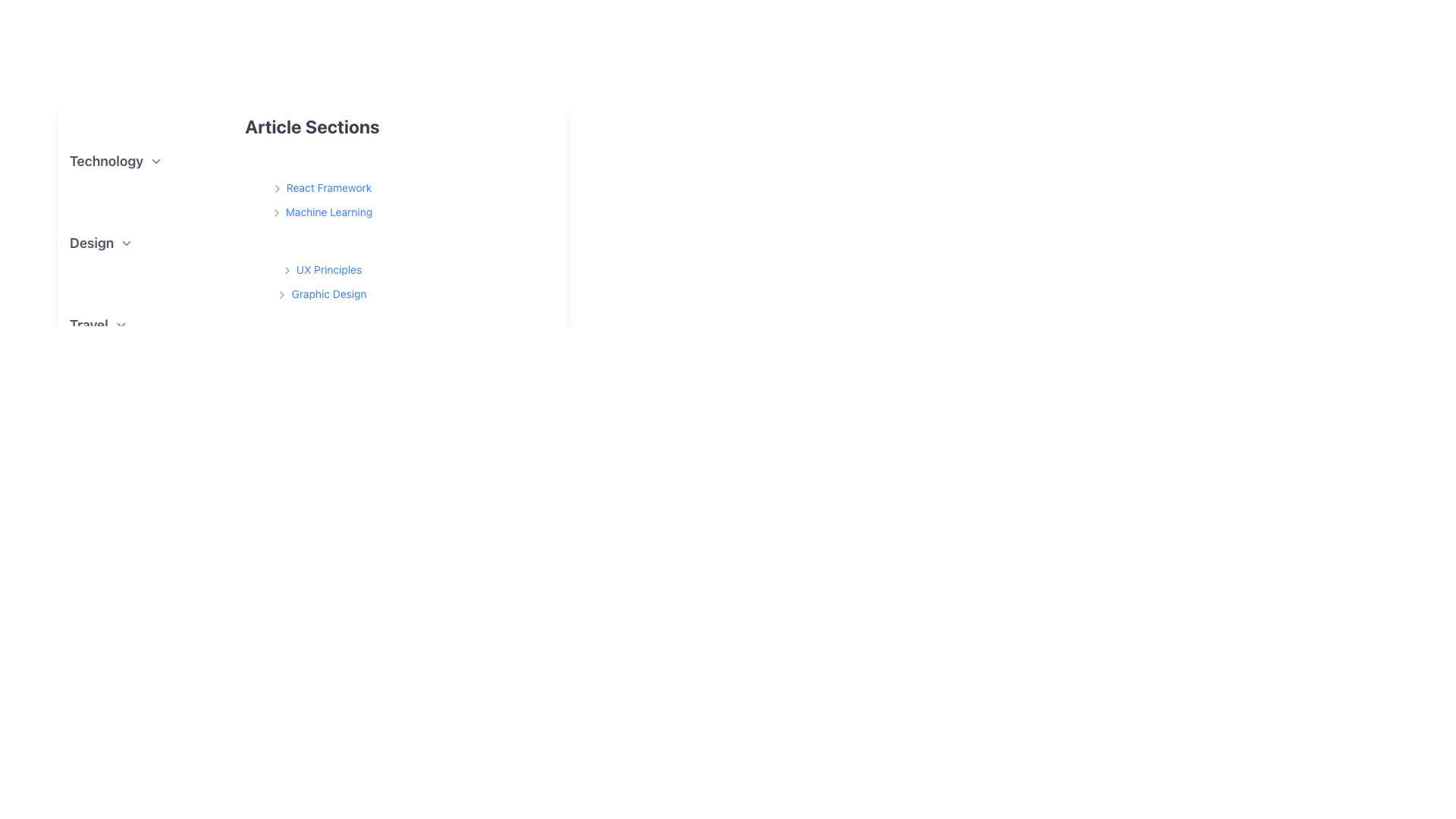 This screenshot has height=819, width=1456. Describe the element at coordinates (320, 211) in the screenshot. I see `the hyperlink with decorative icon that serves as a navigation link for the 'Machine Learning' section to redirect users to its associated content` at that location.